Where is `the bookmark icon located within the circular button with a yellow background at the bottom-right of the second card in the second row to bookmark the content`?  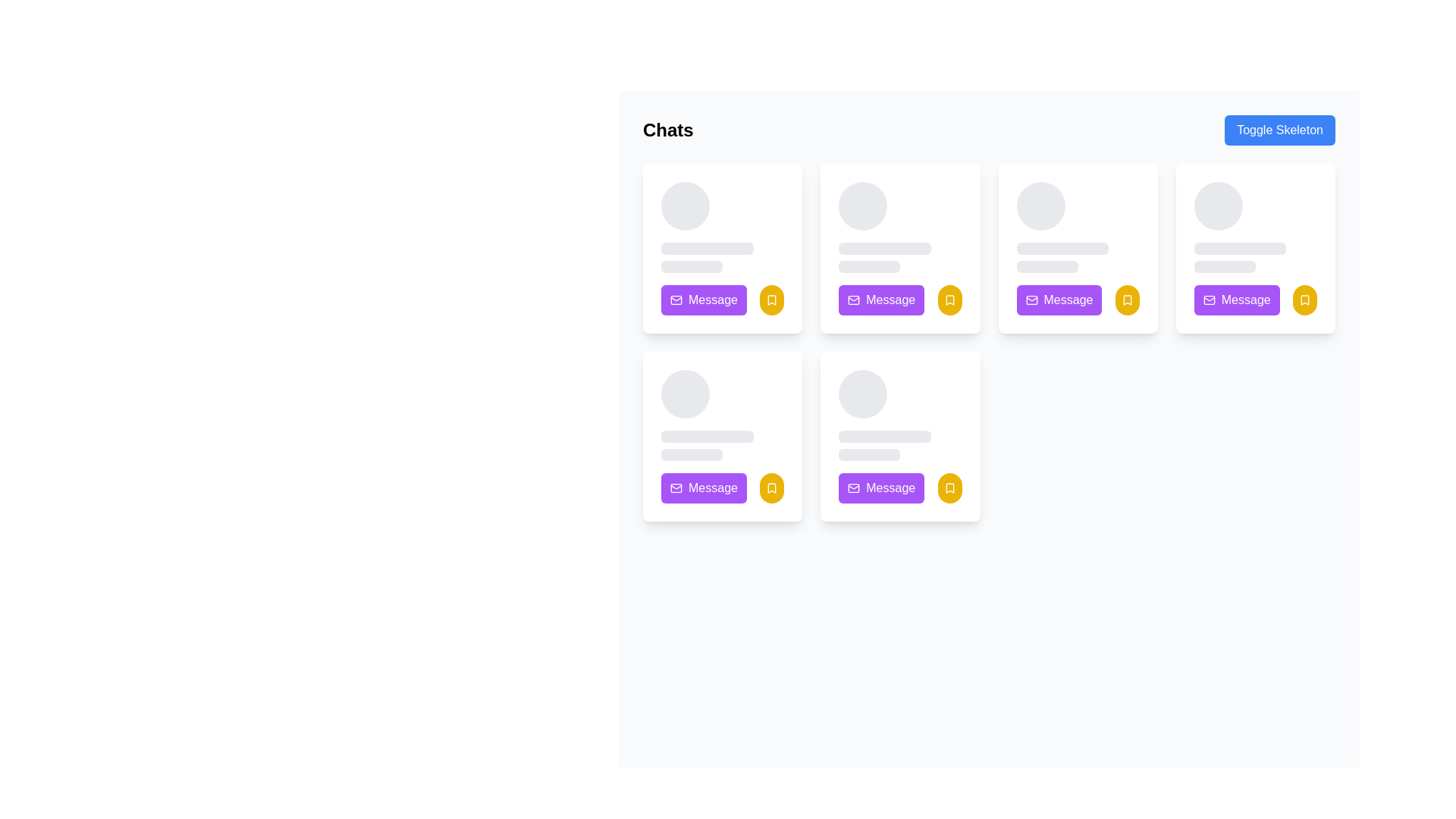
the bookmark icon located within the circular button with a yellow background at the bottom-right of the second card in the second row to bookmark the content is located at coordinates (772, 488).